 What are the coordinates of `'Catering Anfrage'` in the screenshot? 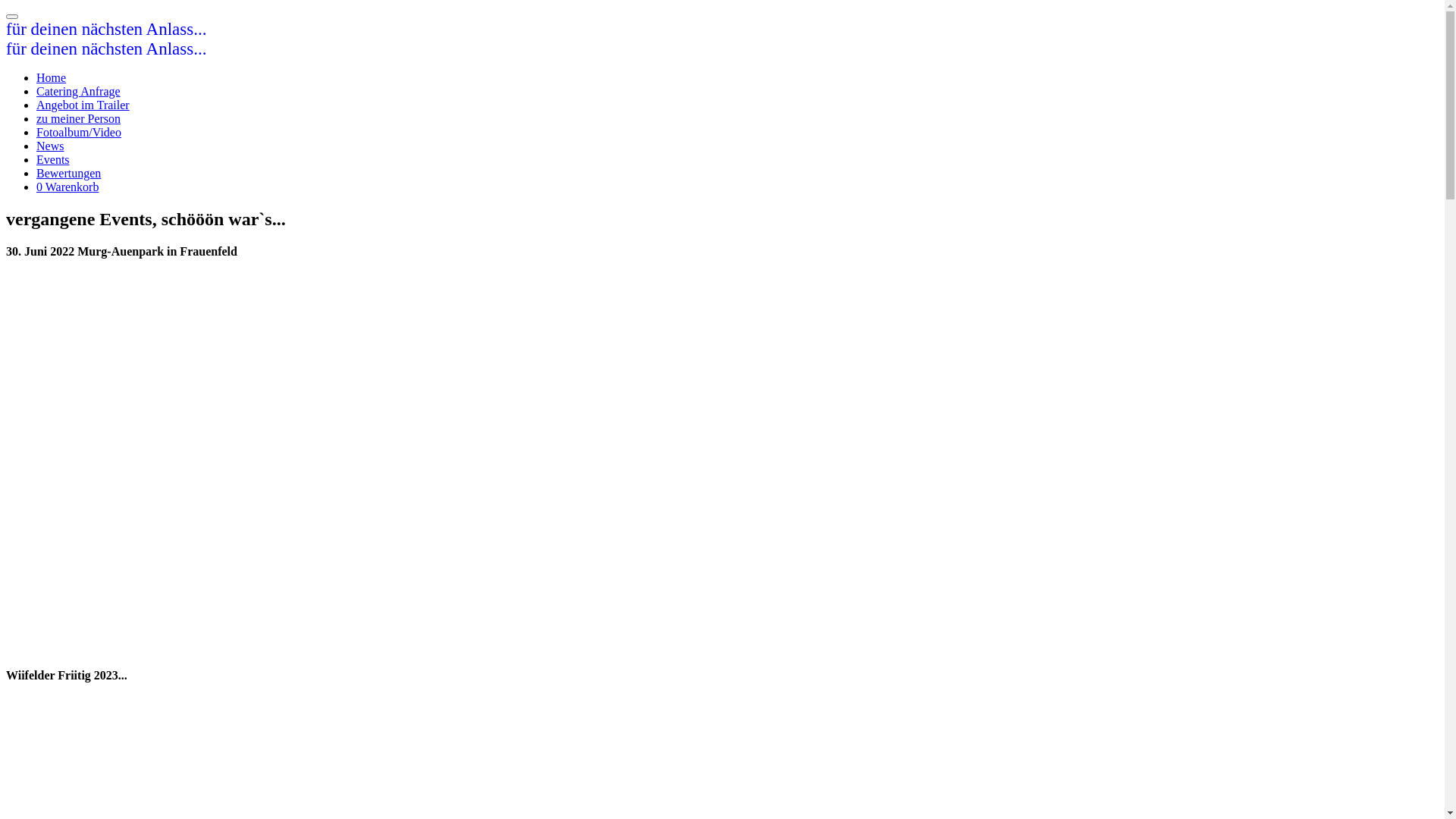 It's located at (77, 91).